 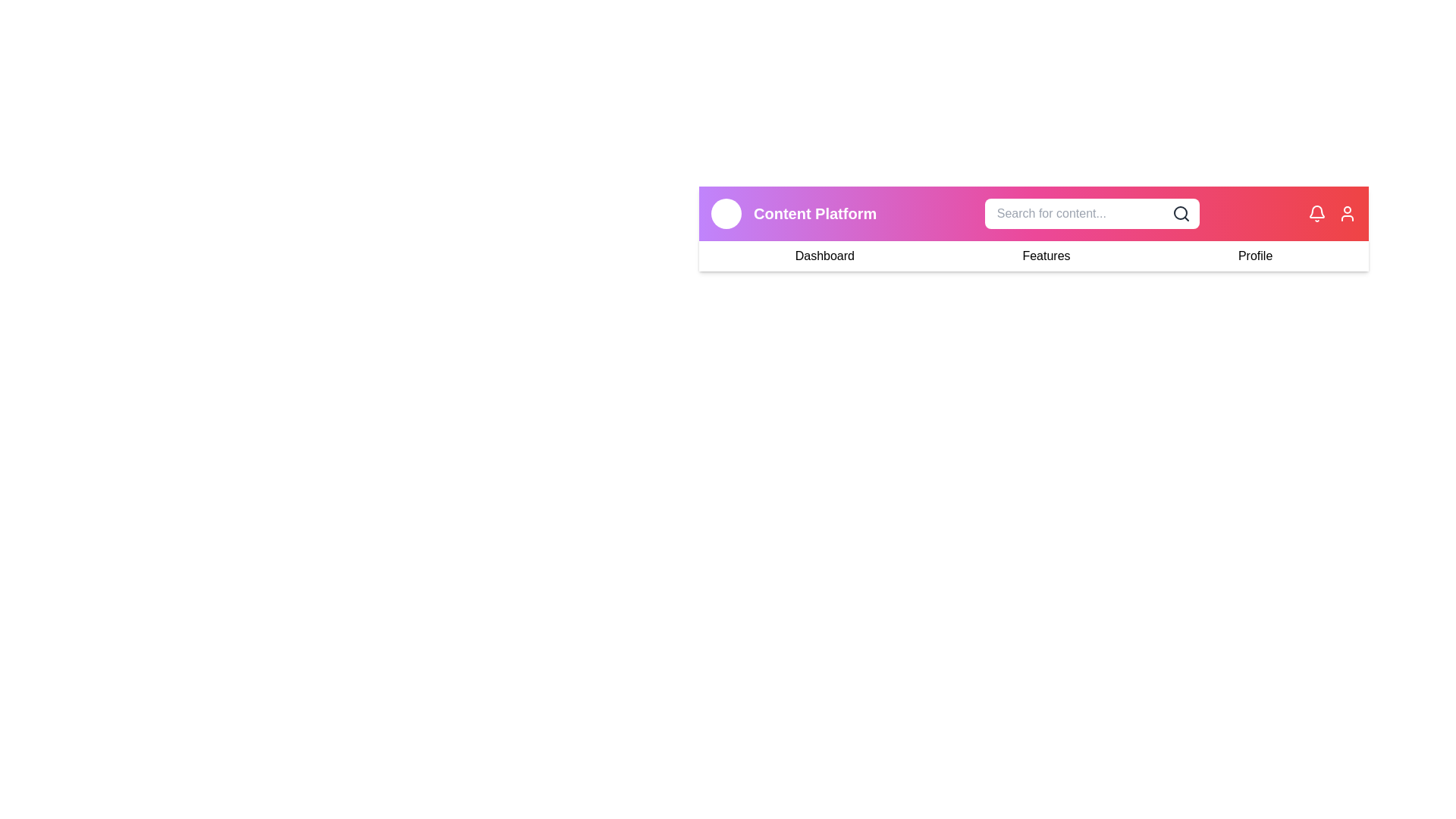 I want to click on the Dashboard navigation link, so click(x=824, y=256).